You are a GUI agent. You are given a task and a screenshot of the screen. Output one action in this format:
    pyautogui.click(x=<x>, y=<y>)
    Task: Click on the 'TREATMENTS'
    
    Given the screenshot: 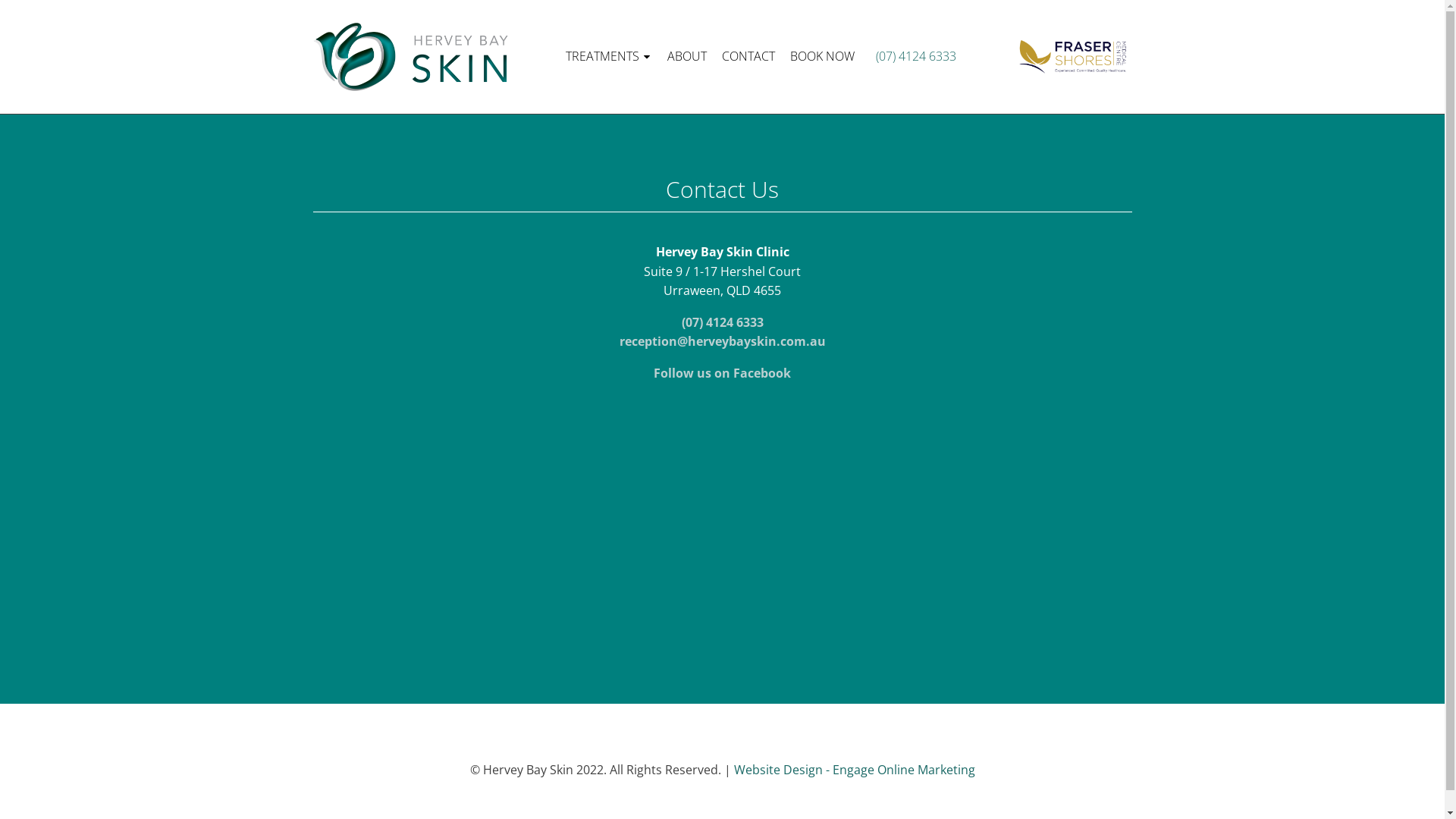 What is the action you would take?
    pyautogui.click(x=608, y=55)
    